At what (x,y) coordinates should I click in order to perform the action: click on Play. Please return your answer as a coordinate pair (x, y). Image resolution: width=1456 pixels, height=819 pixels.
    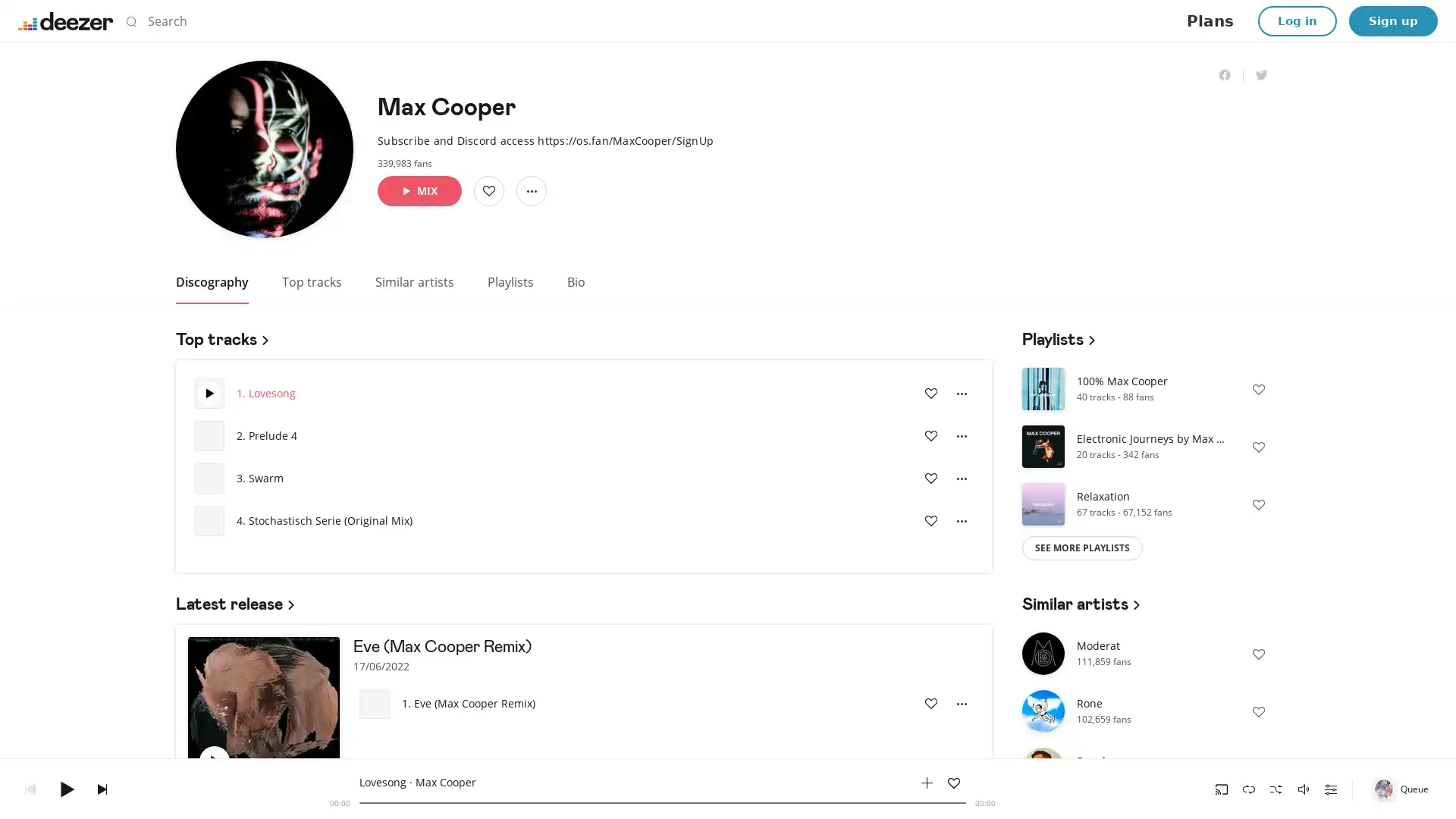
    Looking at the image, I should click on (65, 788).